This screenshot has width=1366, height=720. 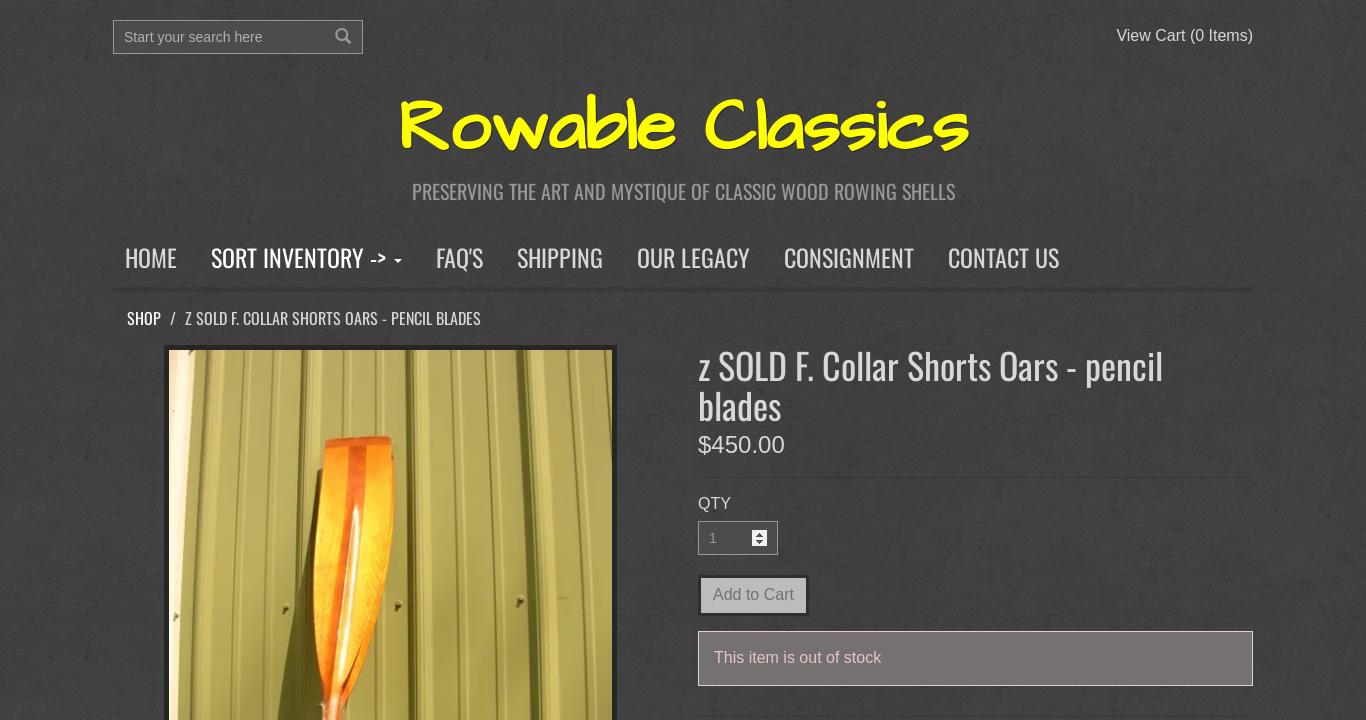 I want to click on 'FAQ's', so click(x=459, y=255).